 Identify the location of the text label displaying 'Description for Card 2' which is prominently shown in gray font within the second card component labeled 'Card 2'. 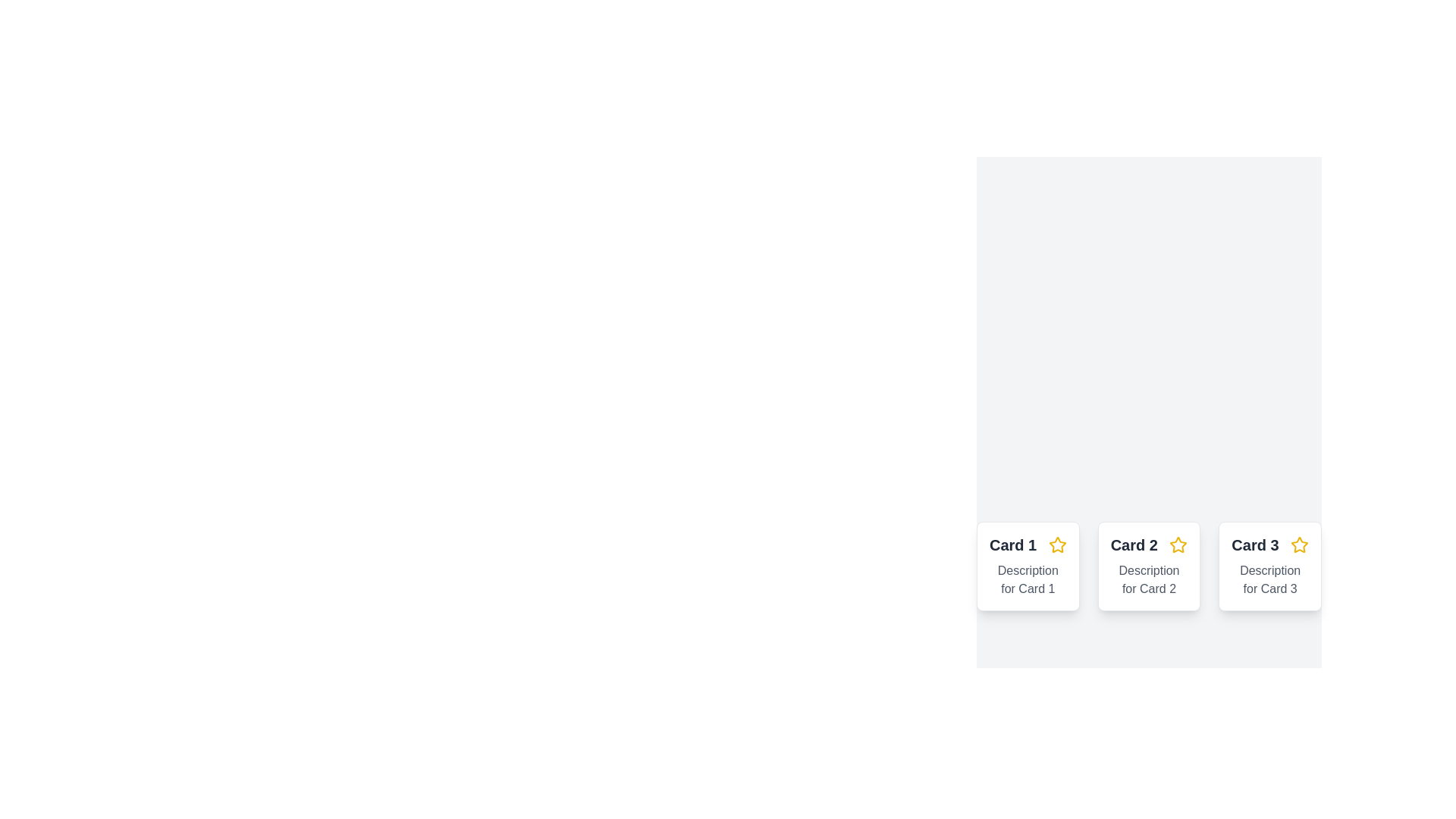
(1149, 579).